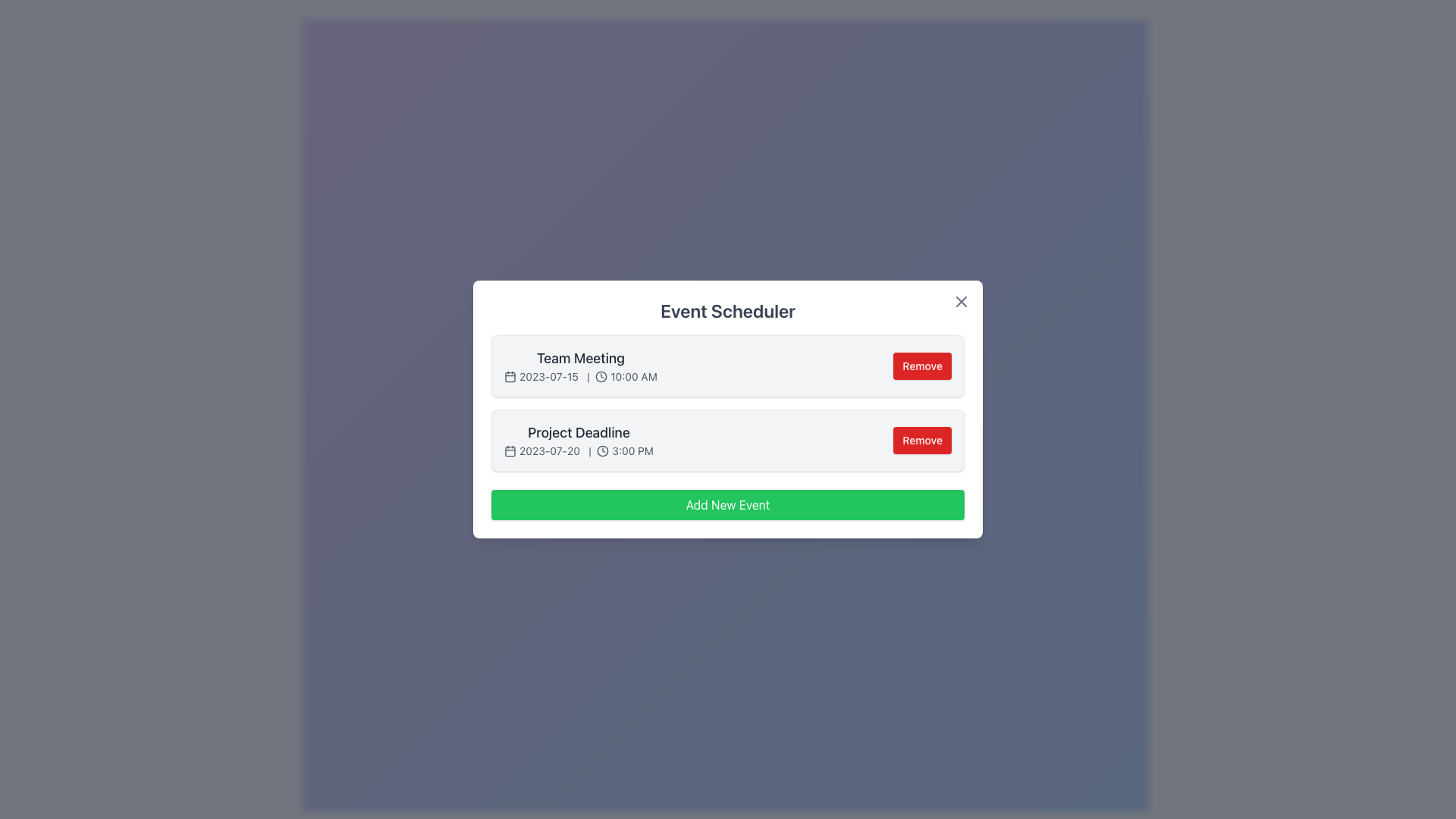 The width and height of the screenshot is (1456, 819). I want to click on the button located to the right of 'Team Meeting', so click(921, 366).